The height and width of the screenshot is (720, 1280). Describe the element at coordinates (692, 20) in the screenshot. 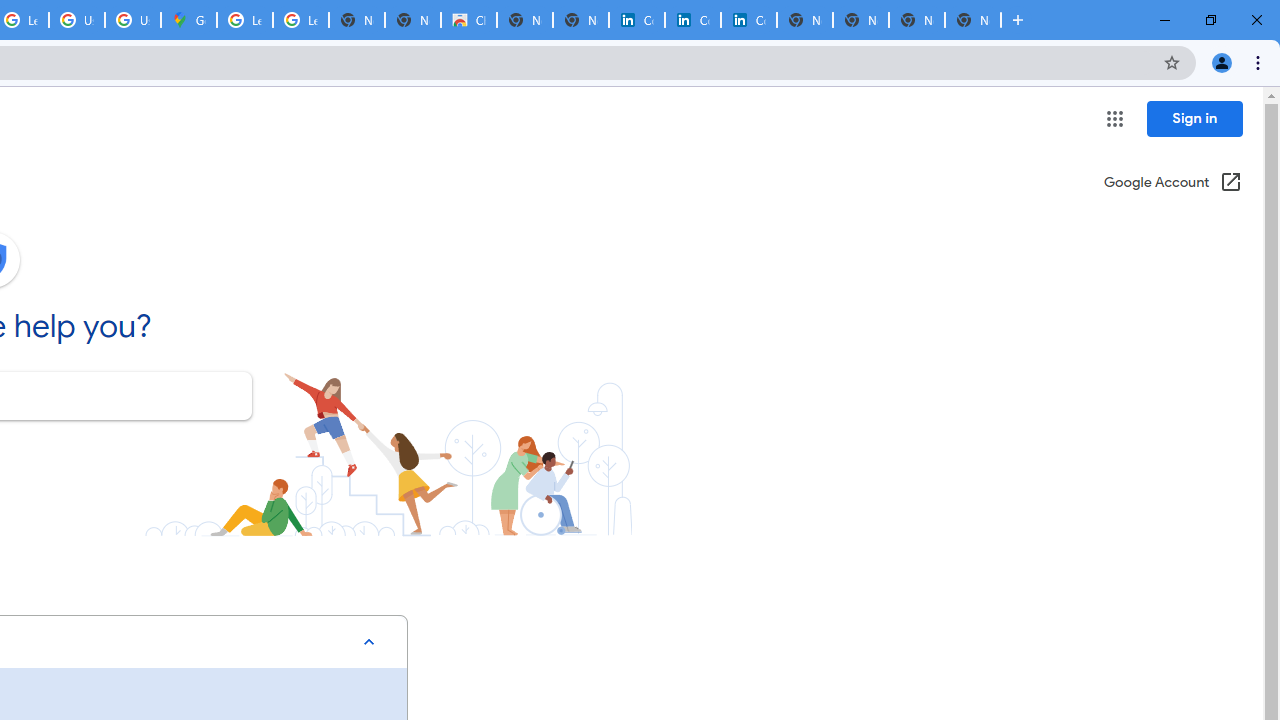

I see `'Cookie Policy | LinkedIn'` at that location.